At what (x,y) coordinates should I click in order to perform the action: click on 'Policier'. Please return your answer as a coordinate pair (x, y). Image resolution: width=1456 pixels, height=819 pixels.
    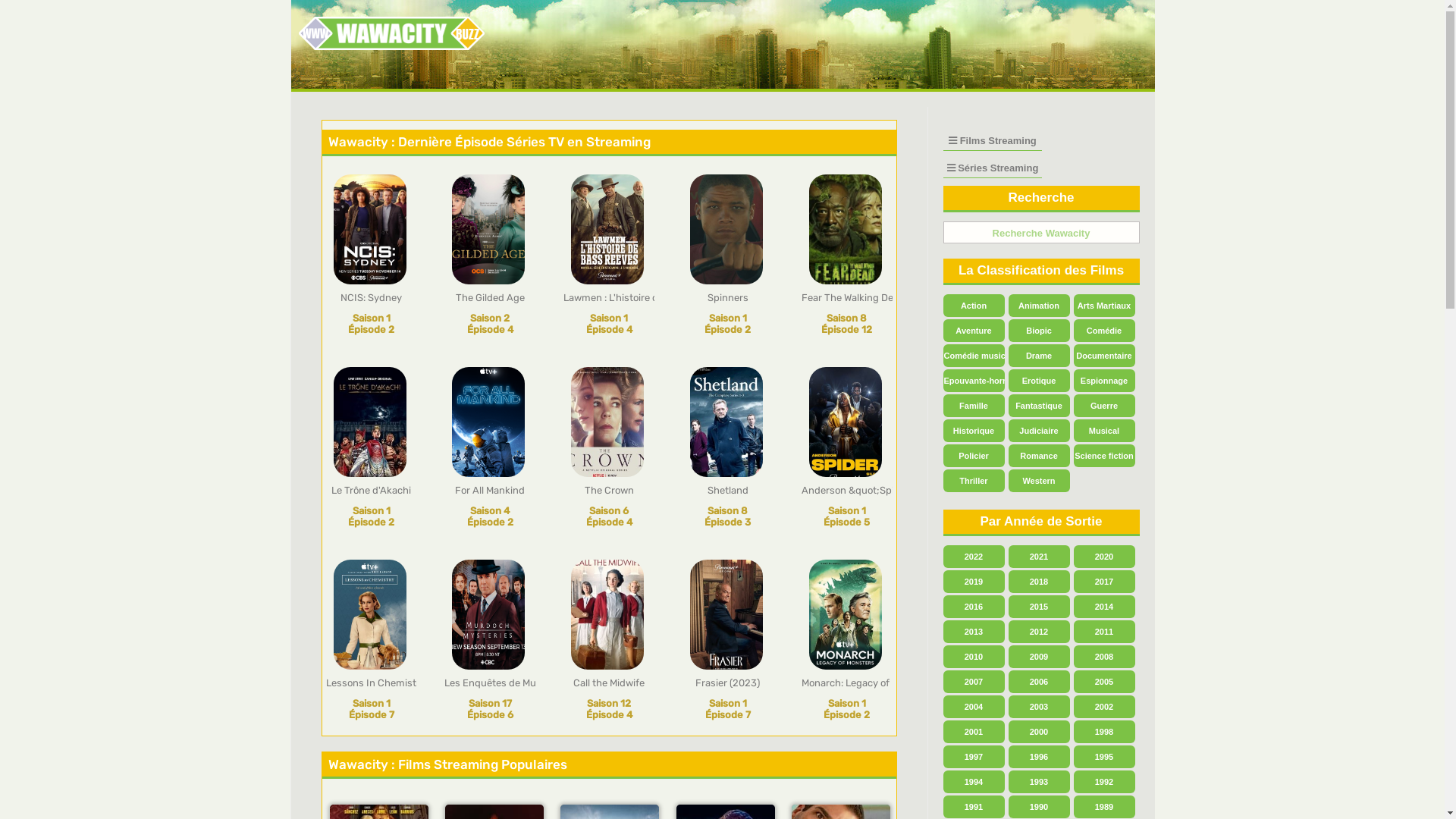
    Looking at the image, I should click on (974, 455).